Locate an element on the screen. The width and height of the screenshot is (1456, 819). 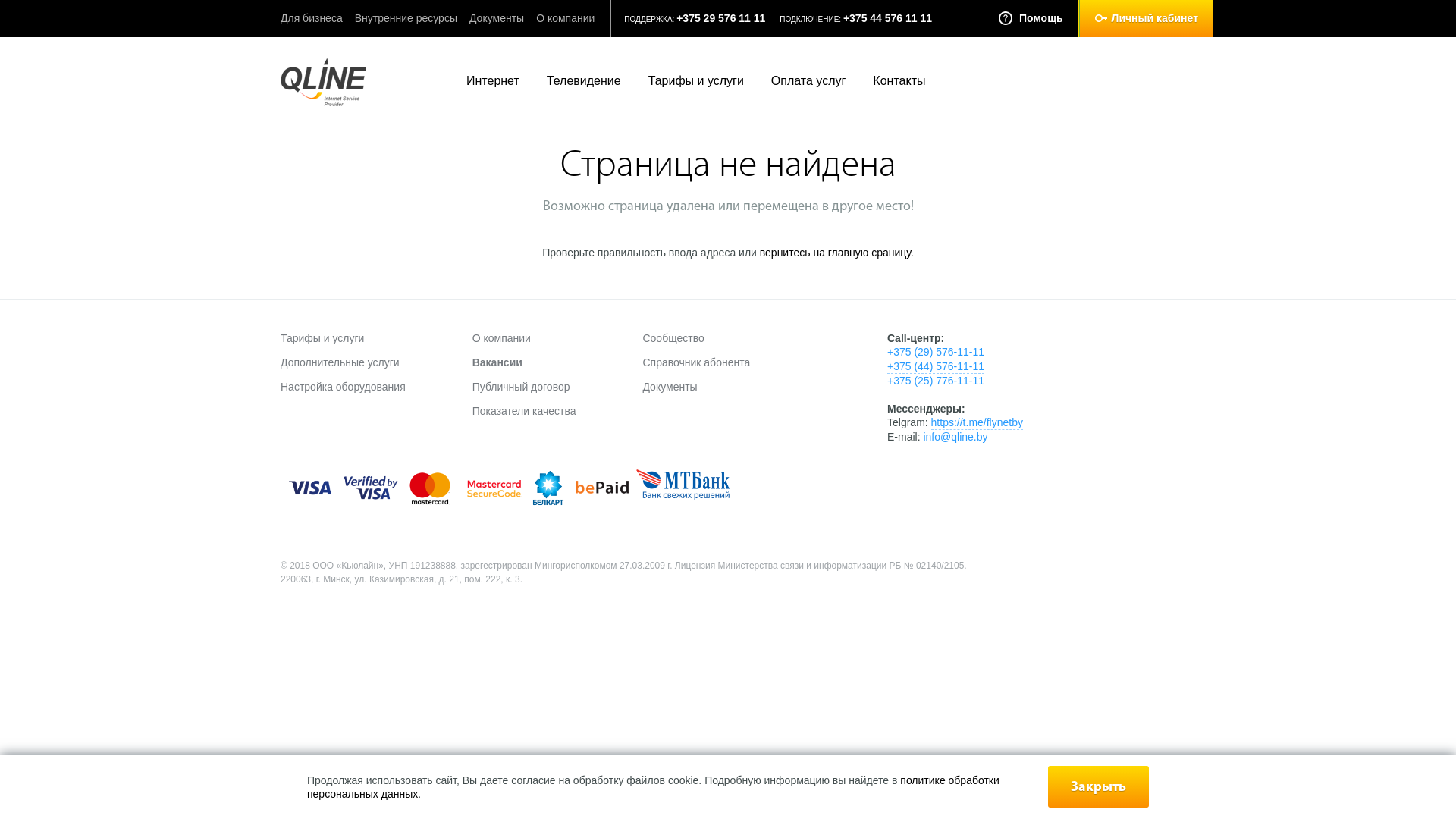
'+375 (25) 776-11-11' is located at coordinates (934, 380).